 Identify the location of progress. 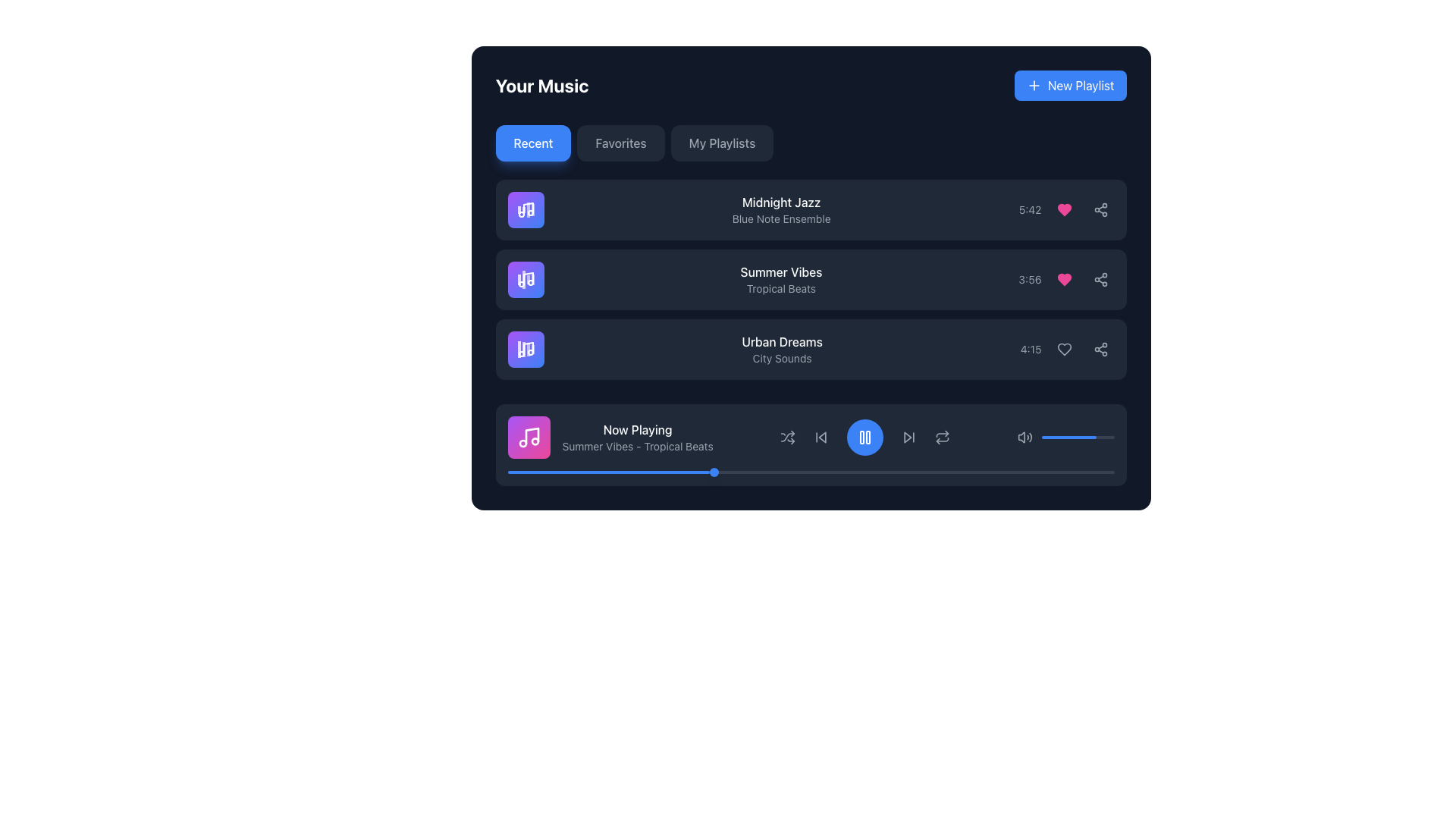
(931, 472).